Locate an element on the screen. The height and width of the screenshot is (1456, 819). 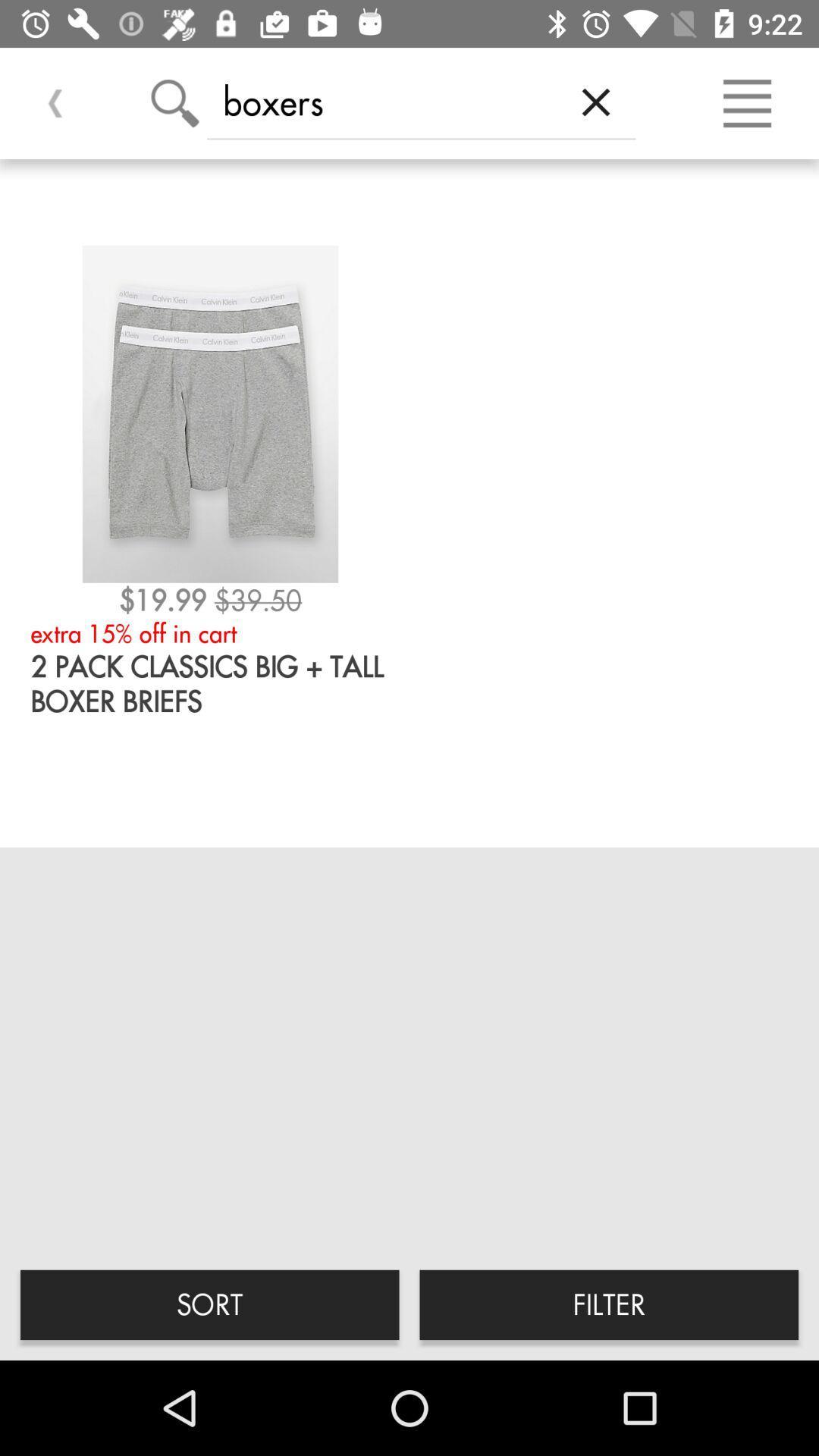
boxers icon is located at coordinates (381, 101).